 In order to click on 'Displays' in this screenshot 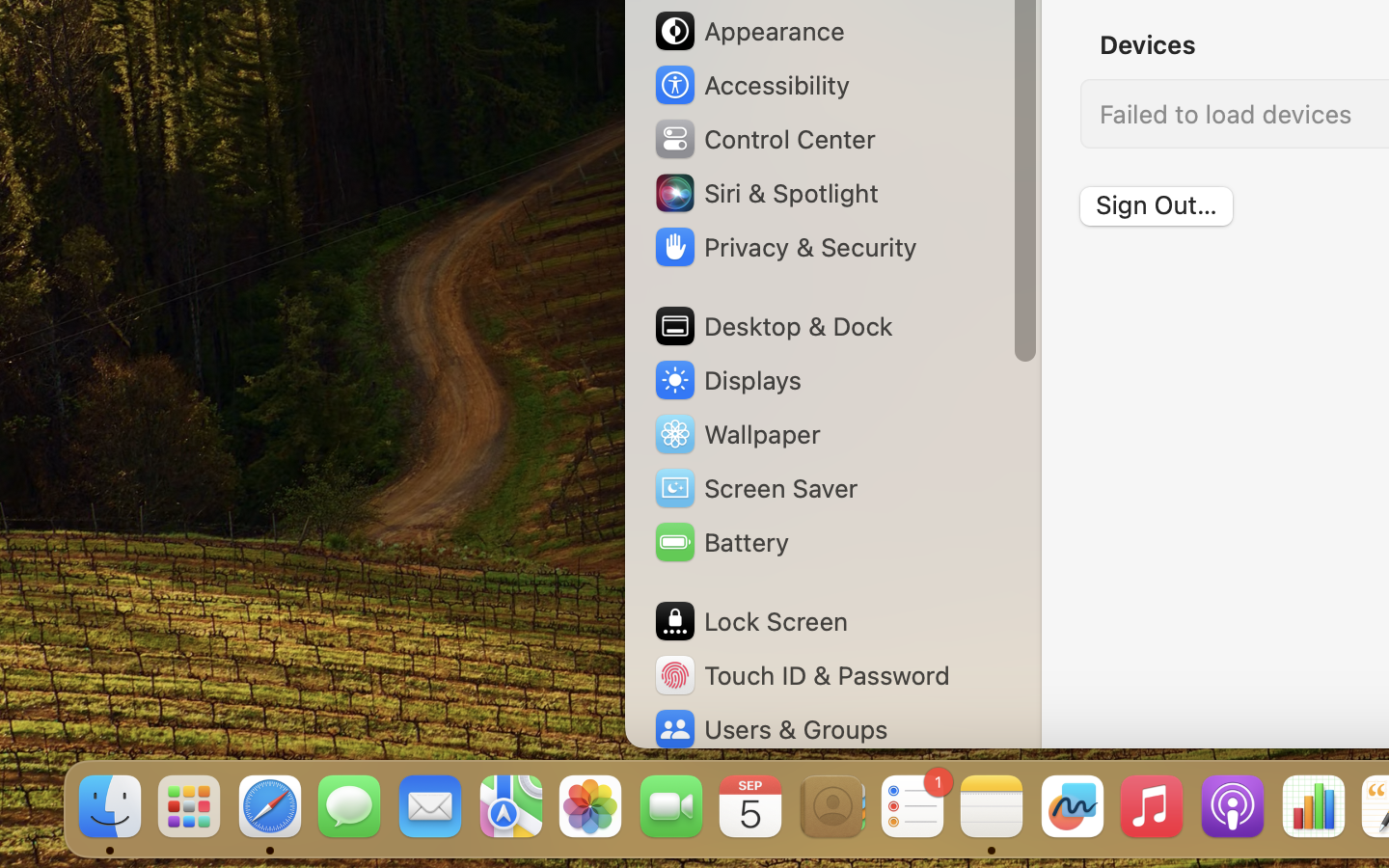, I will do `click(725, 380)`.